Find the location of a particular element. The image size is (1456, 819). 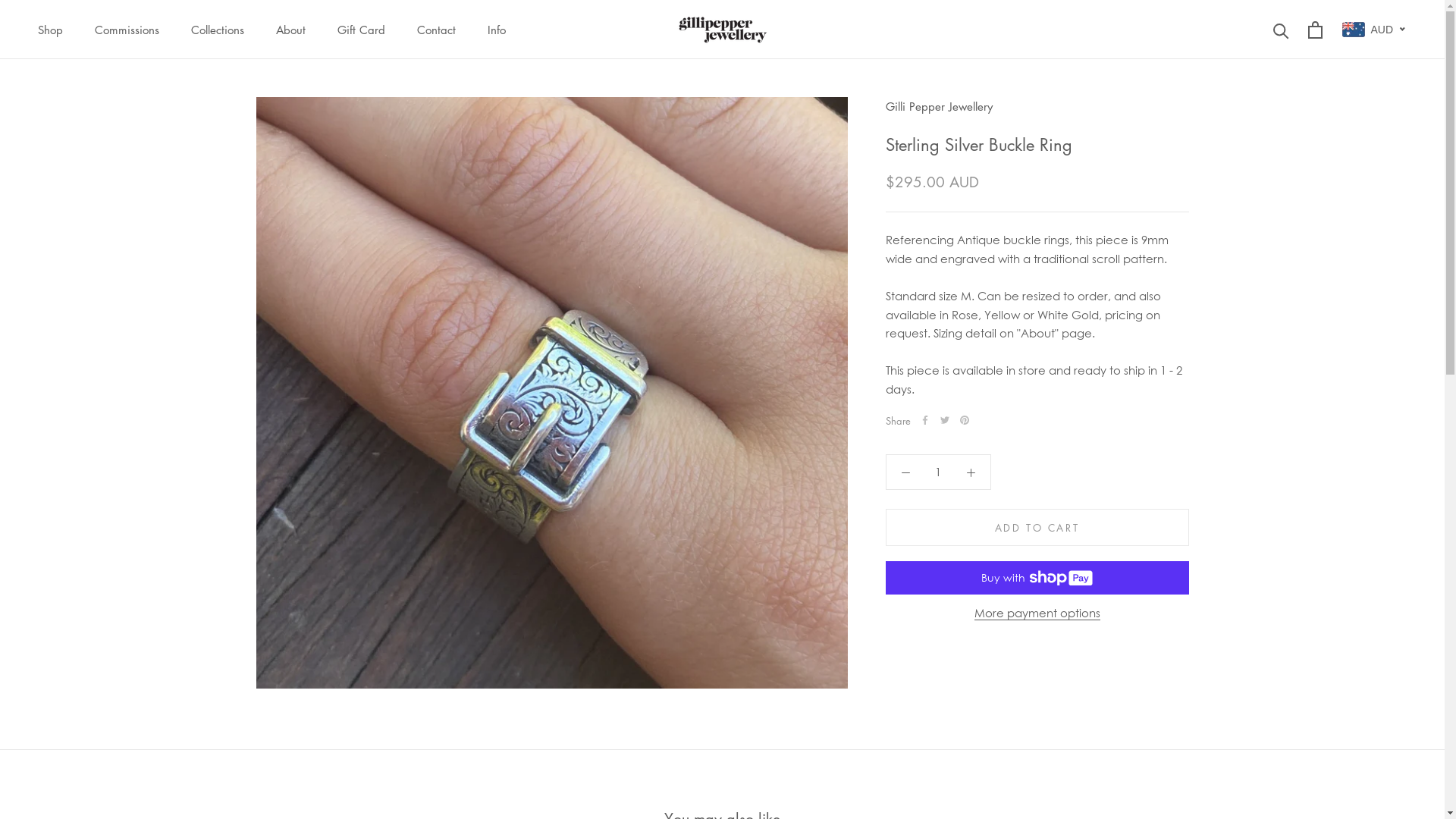

'Contact is located at coordinates (435, 29).